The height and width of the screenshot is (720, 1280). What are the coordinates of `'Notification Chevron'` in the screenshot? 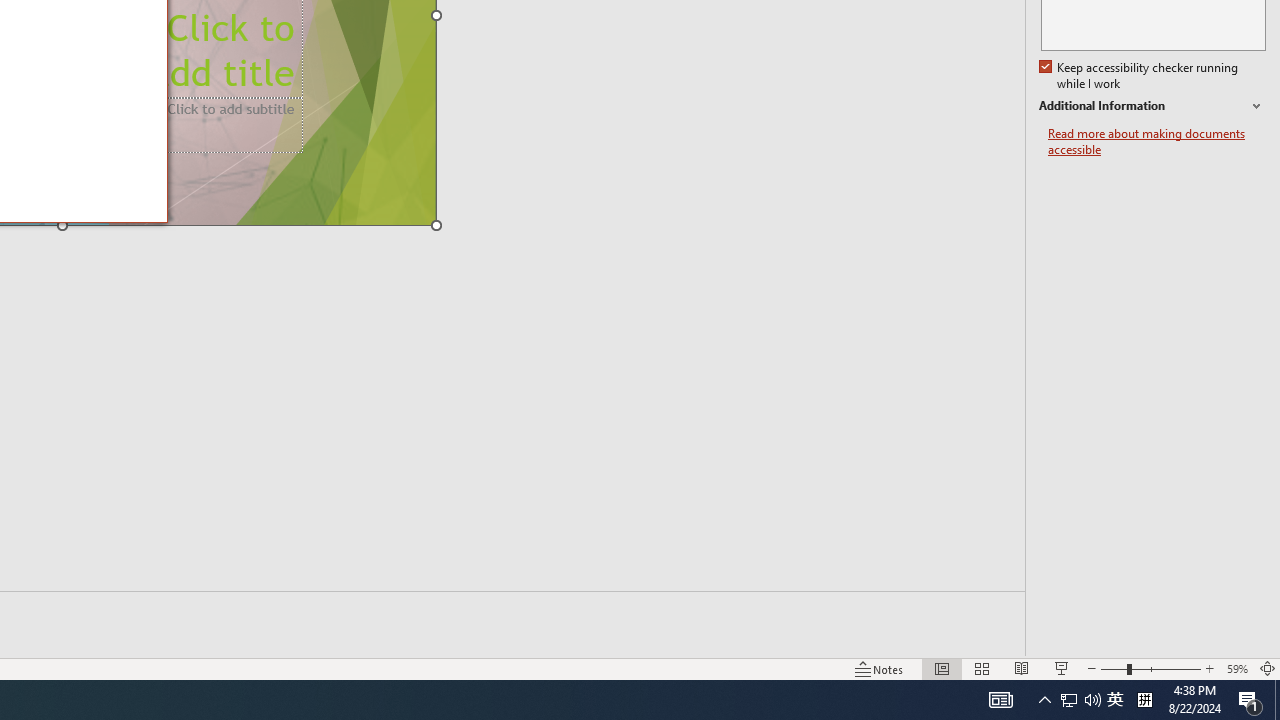 It's located at (1044, 698).